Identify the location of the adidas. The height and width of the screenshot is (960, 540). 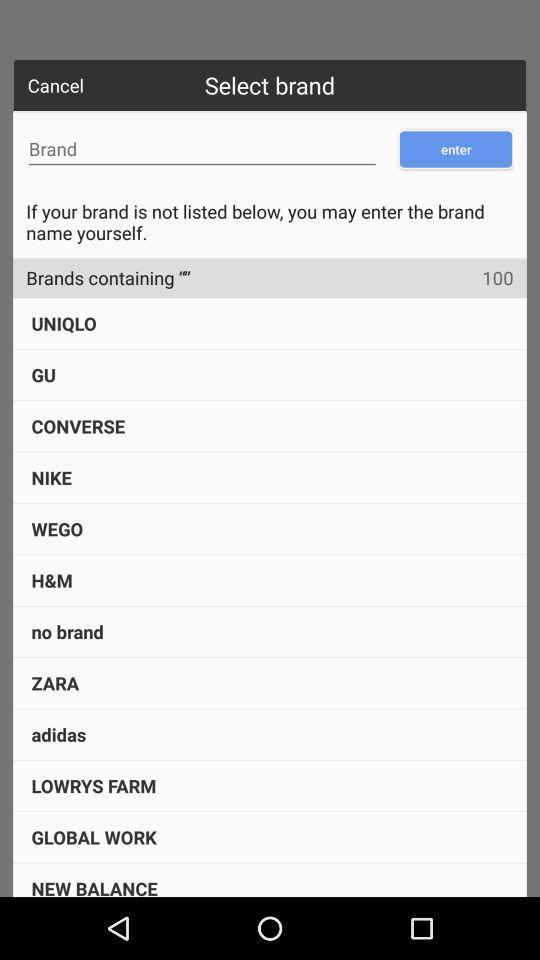
(58, 733).